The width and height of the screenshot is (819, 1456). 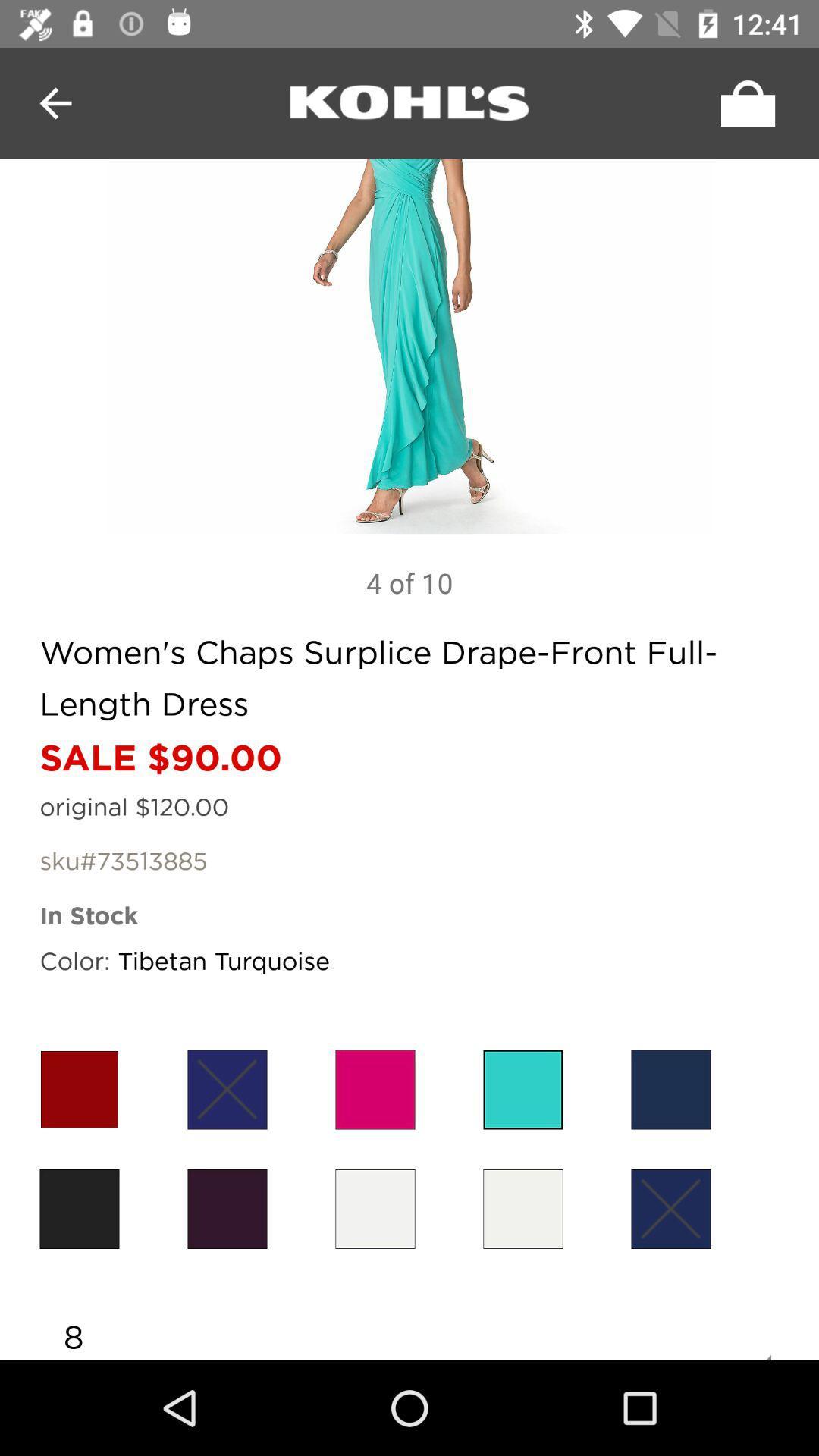 I want to click on go back, so click(x=409, y=102).